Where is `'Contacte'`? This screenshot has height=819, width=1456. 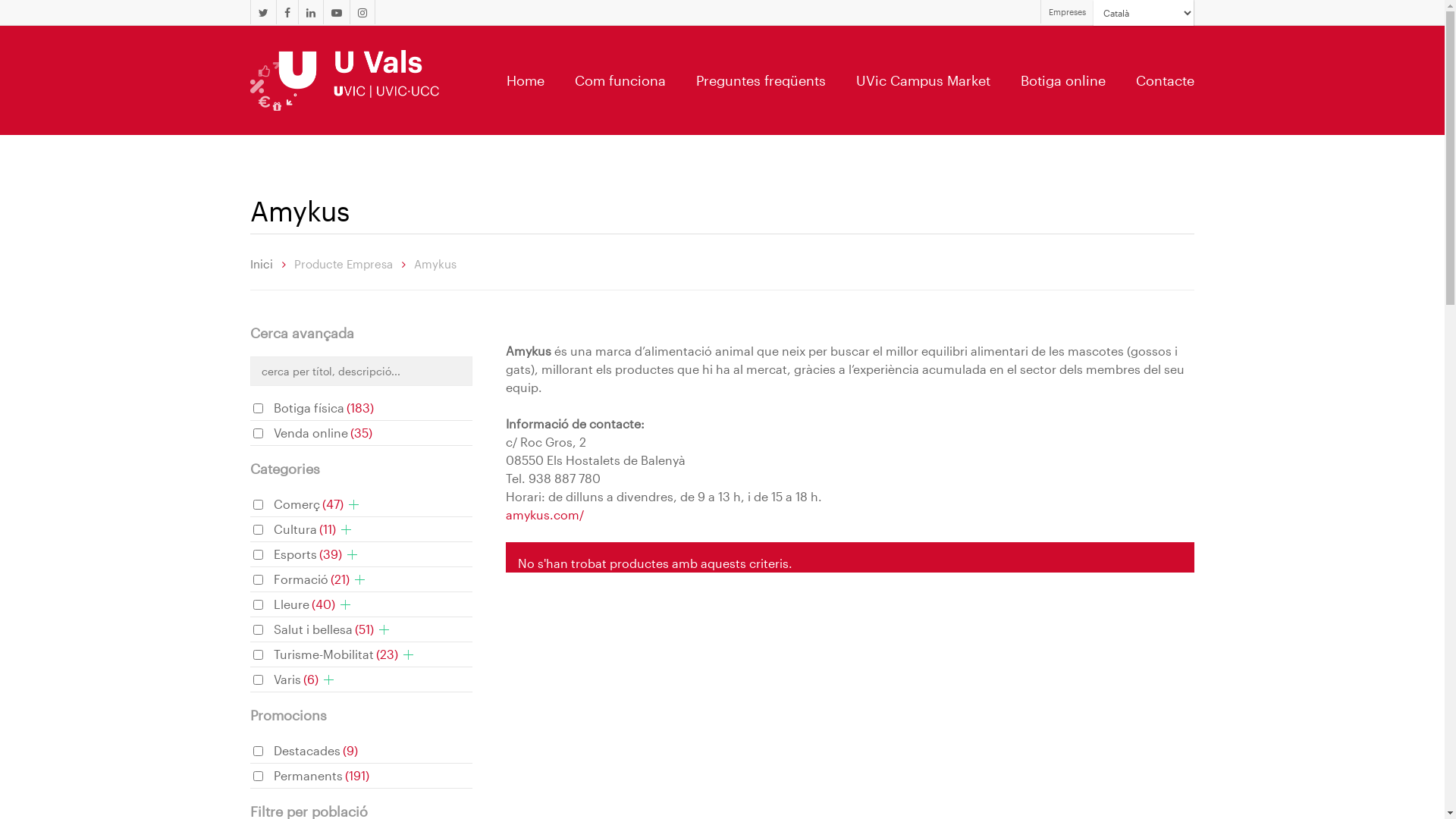
'Contacte' is located at coordinates (1164, 80).